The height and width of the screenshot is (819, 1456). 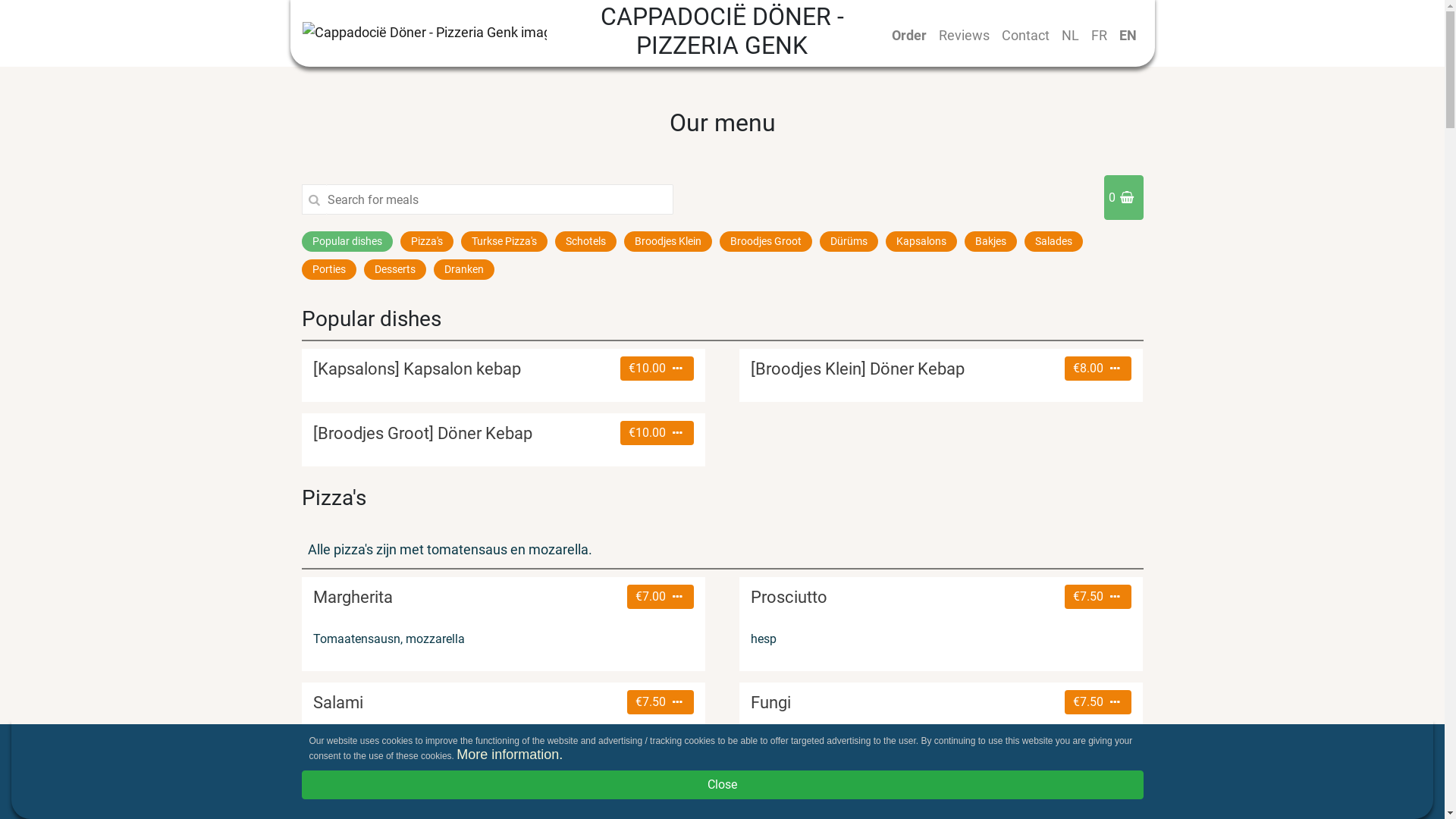 What do you see at coordinates (667, 240) in the screenshot?
I see `'Broodjes Klein'` at bounding box center [667, 240].